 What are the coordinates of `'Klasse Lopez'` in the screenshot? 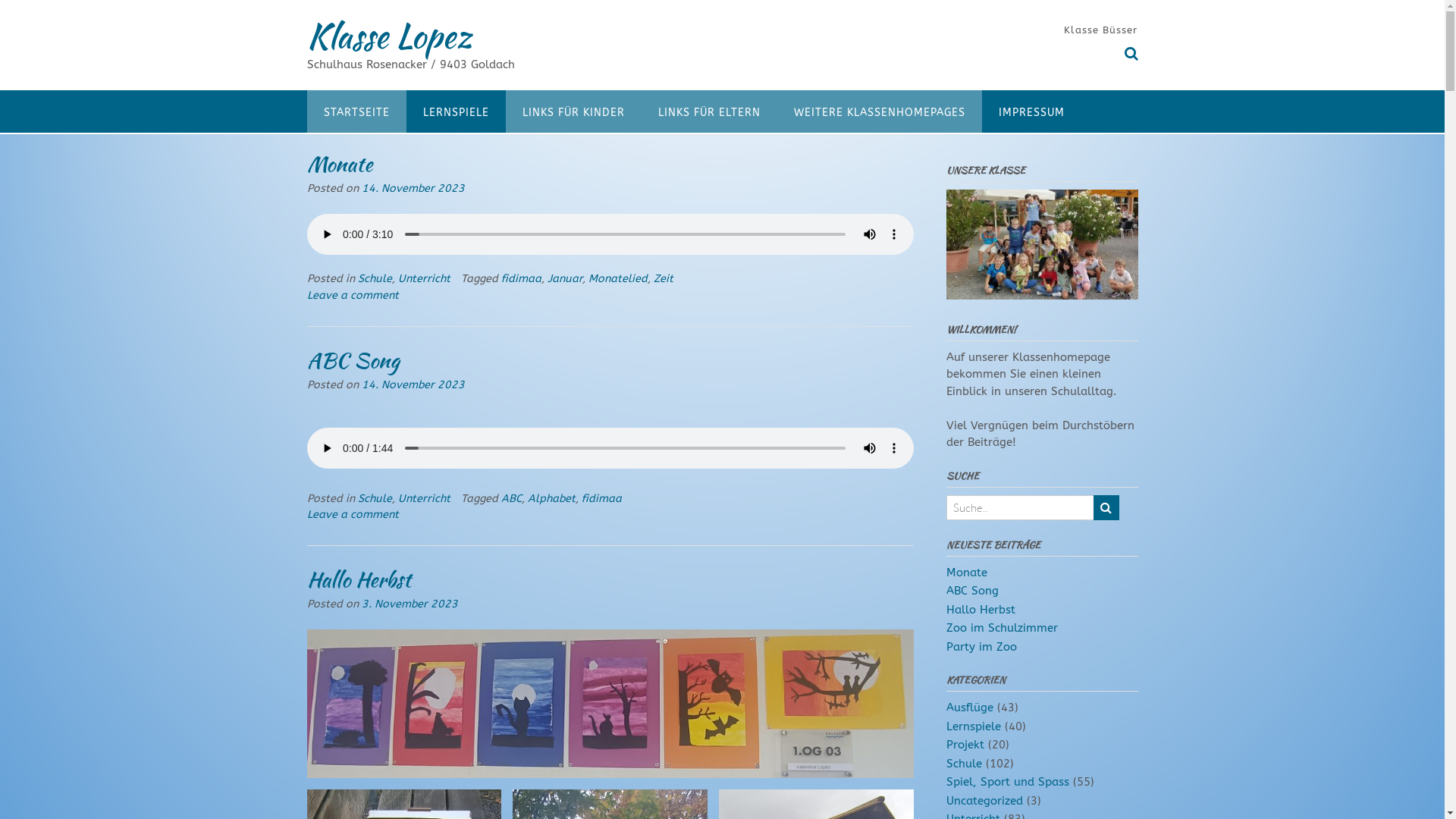 It's located at (388, 34).